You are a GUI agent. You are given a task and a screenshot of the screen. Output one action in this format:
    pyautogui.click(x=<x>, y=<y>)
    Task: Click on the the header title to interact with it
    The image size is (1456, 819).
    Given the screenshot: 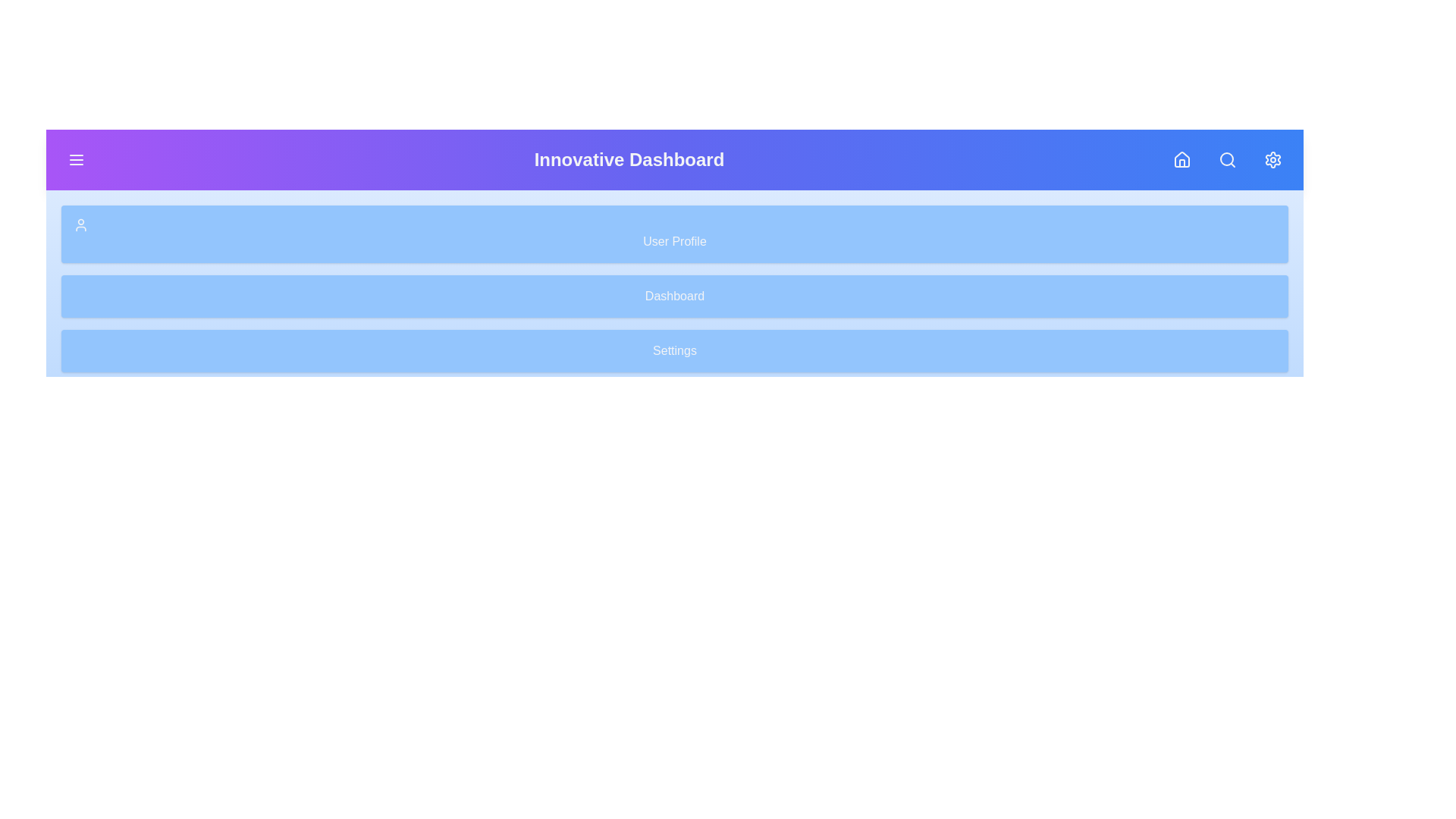 What is the action you would take?
    pyautogui.click(x=629, y=160)
    